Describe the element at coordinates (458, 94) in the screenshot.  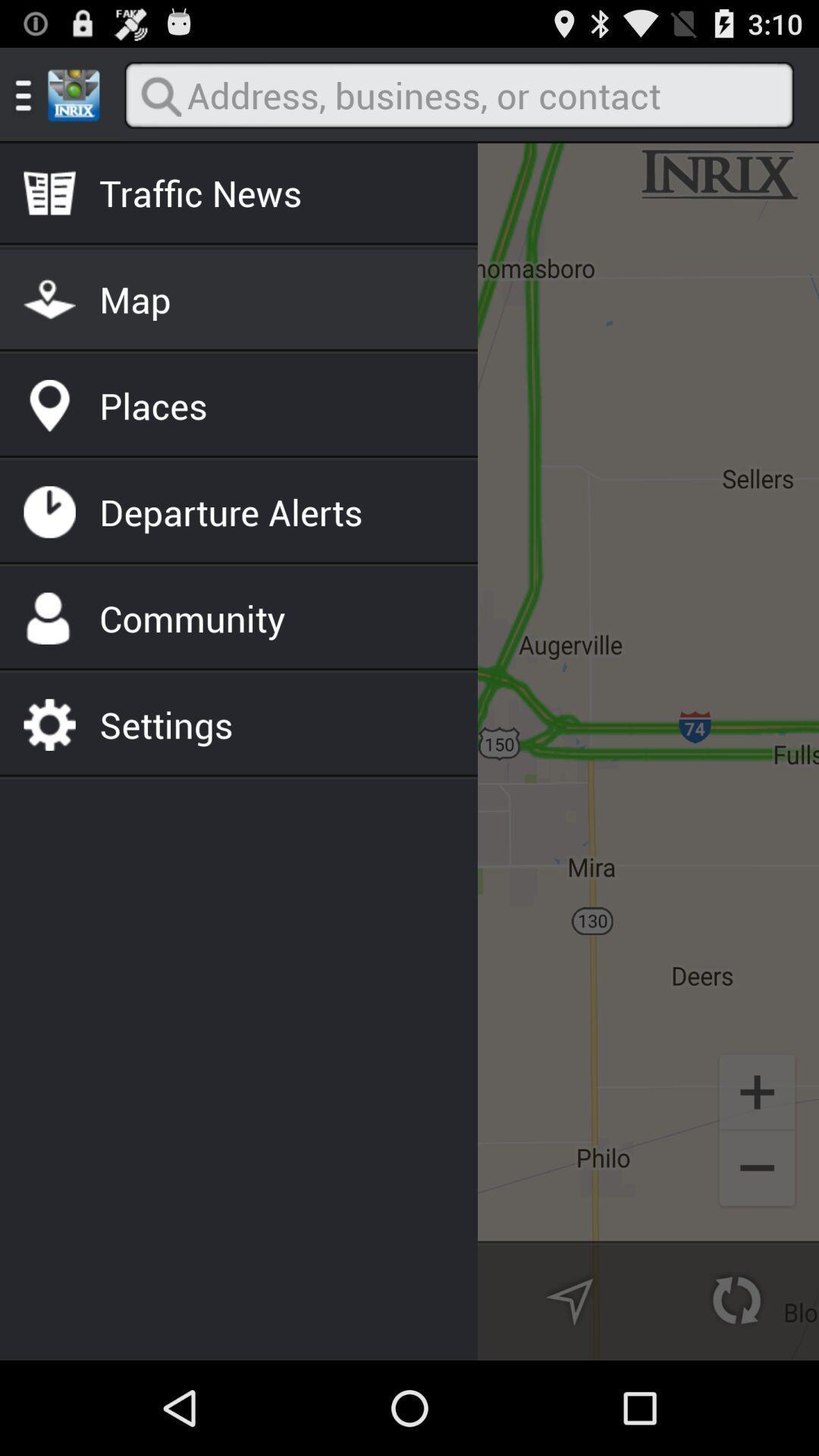
I see `address bar` at that location.